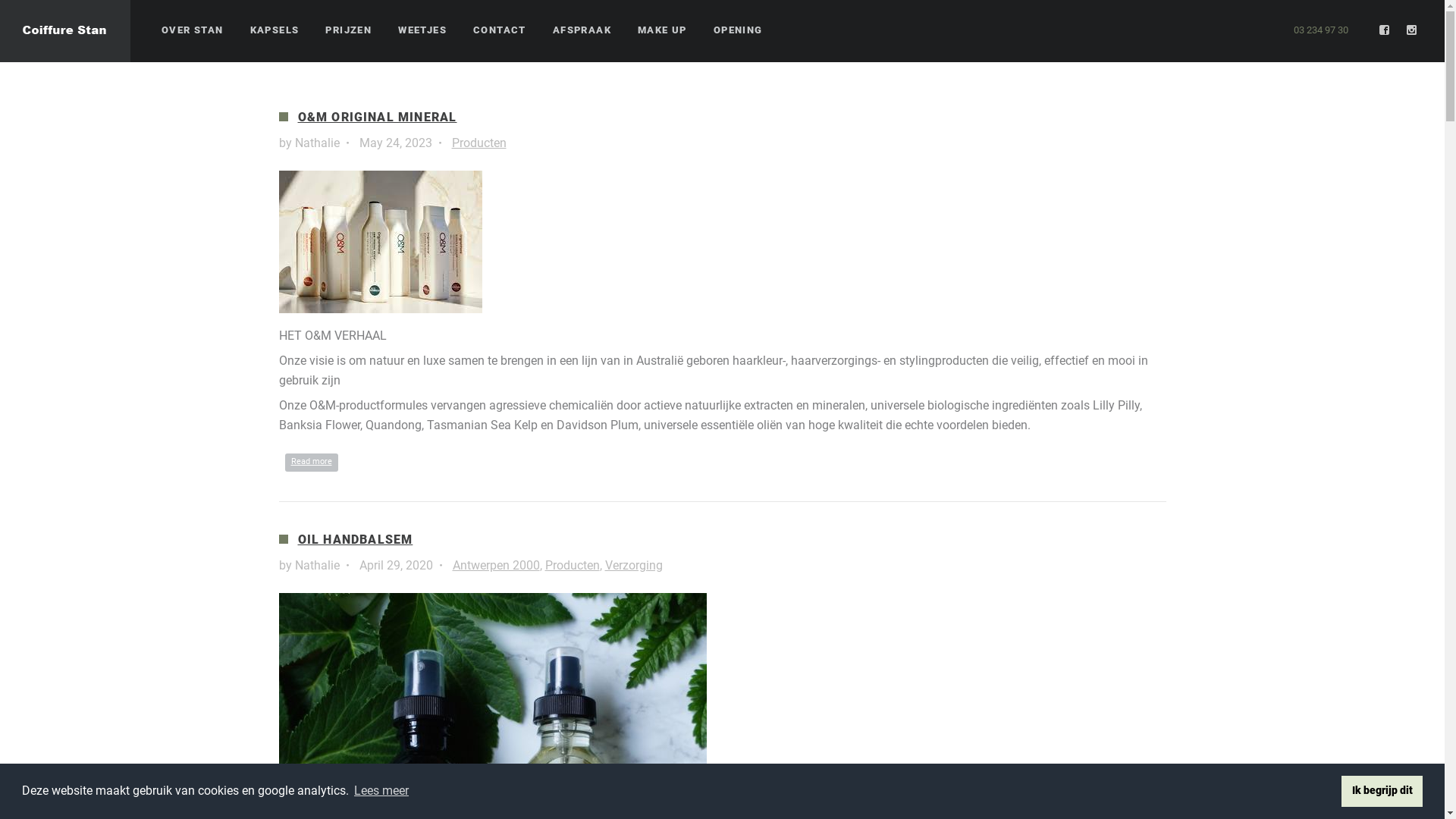  Describe the element at coordinates (0, 31) in the screenshot. I see `'Home'` at that location.